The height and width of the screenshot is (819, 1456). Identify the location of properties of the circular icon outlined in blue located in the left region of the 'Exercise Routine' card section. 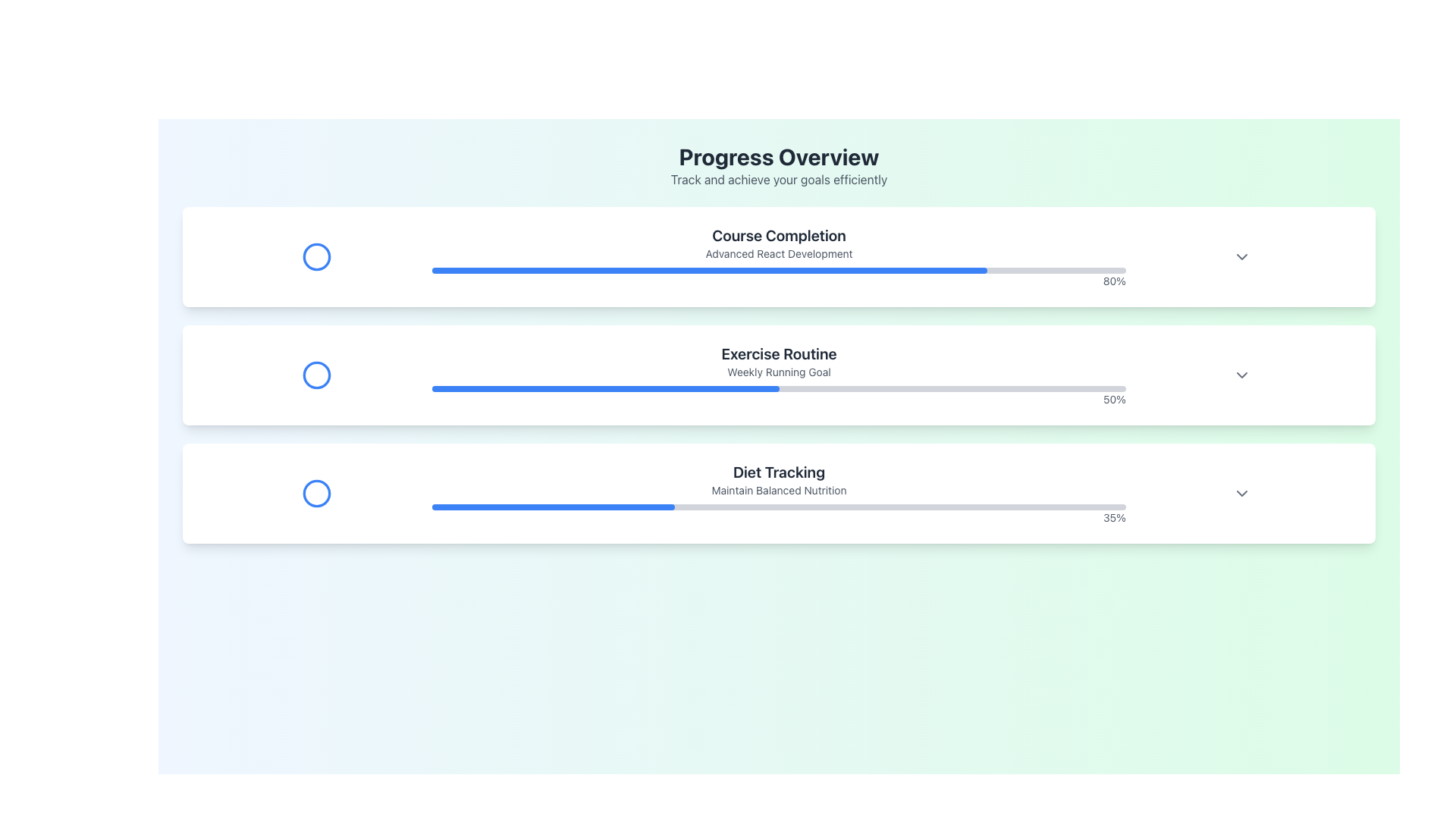
(315, 375).